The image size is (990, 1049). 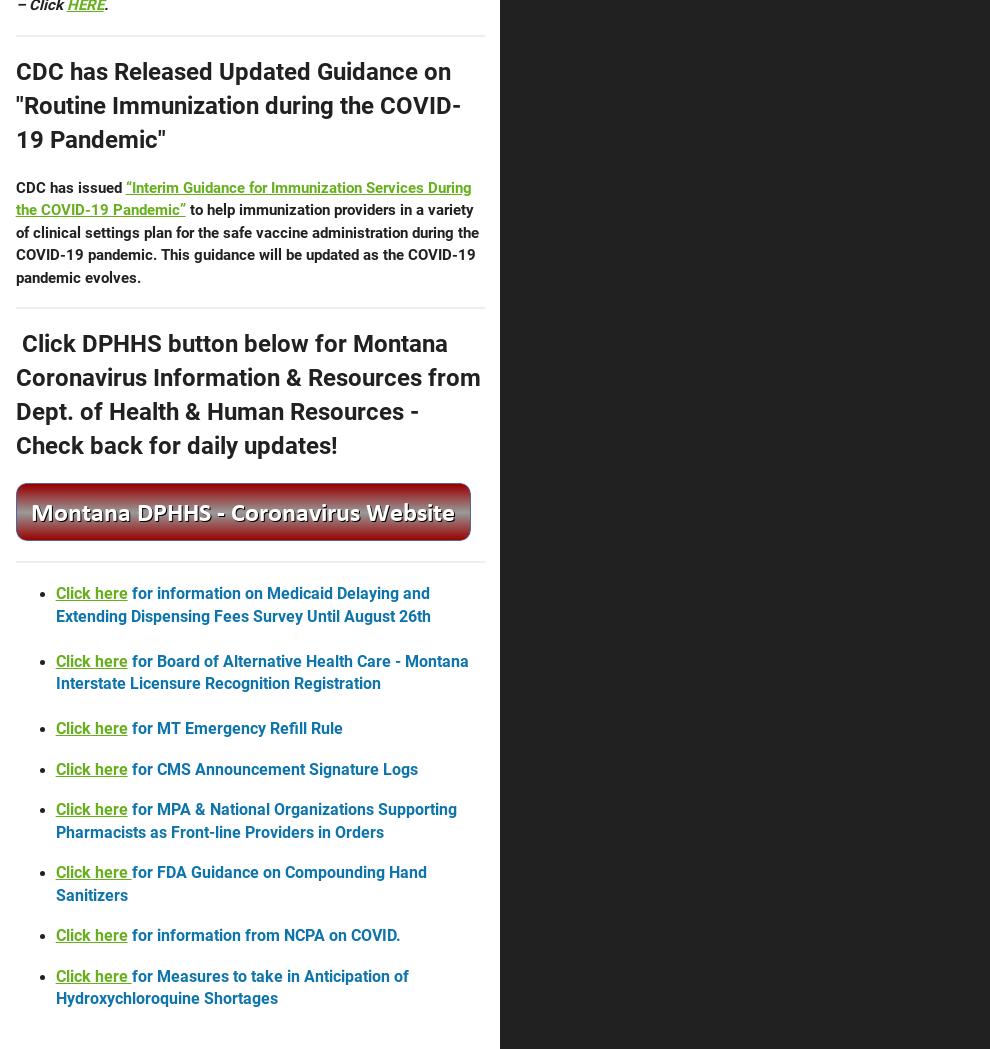 What do you see at coordinates (233, 727) in the screenshot?
I see `'for MT Emergency Refill Rule'` at bounding box center [233, 727].